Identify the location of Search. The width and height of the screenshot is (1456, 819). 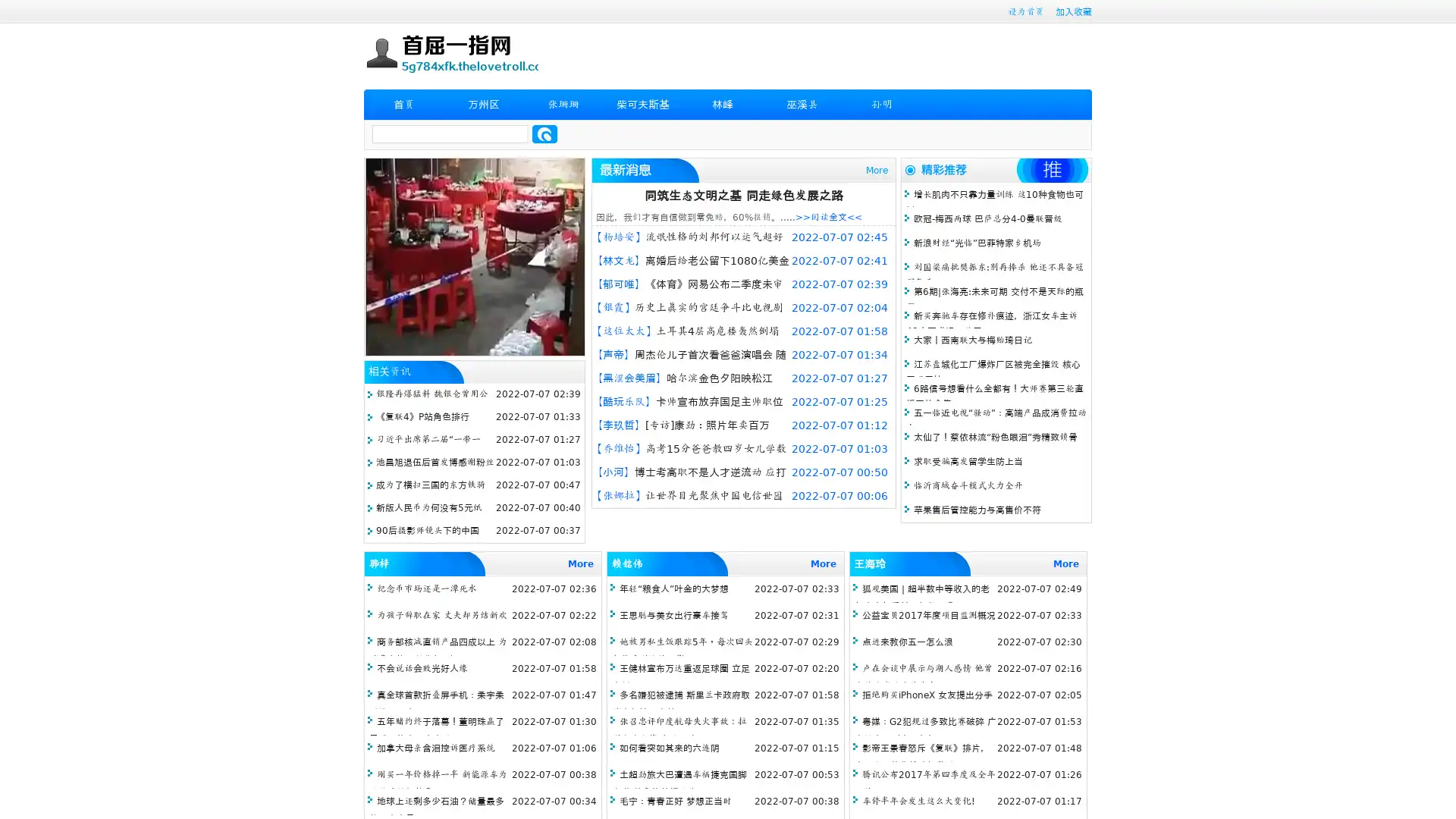
(544, 133).